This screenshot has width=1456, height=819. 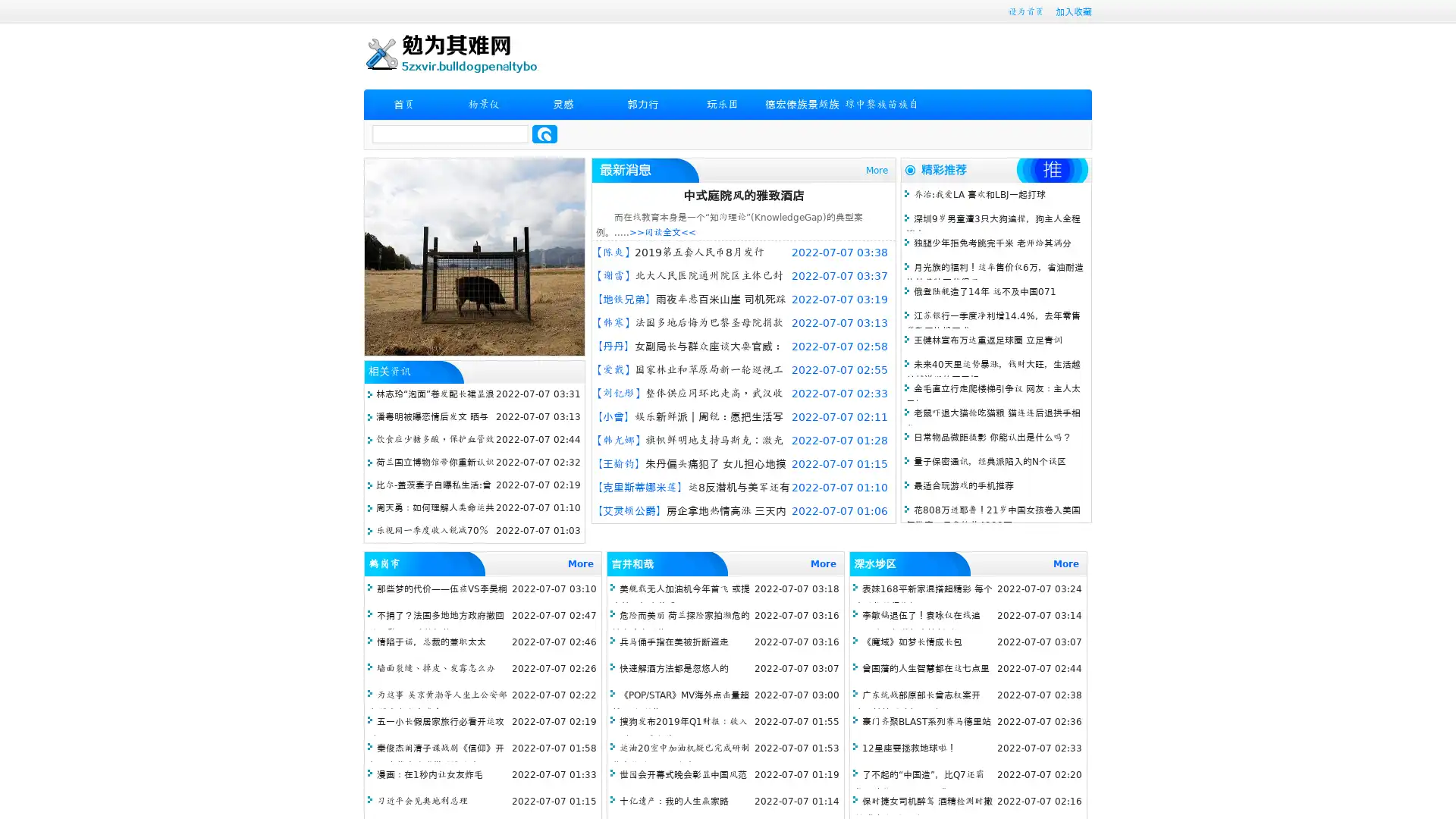 I want to click on Search, so click(x=544, y=133).